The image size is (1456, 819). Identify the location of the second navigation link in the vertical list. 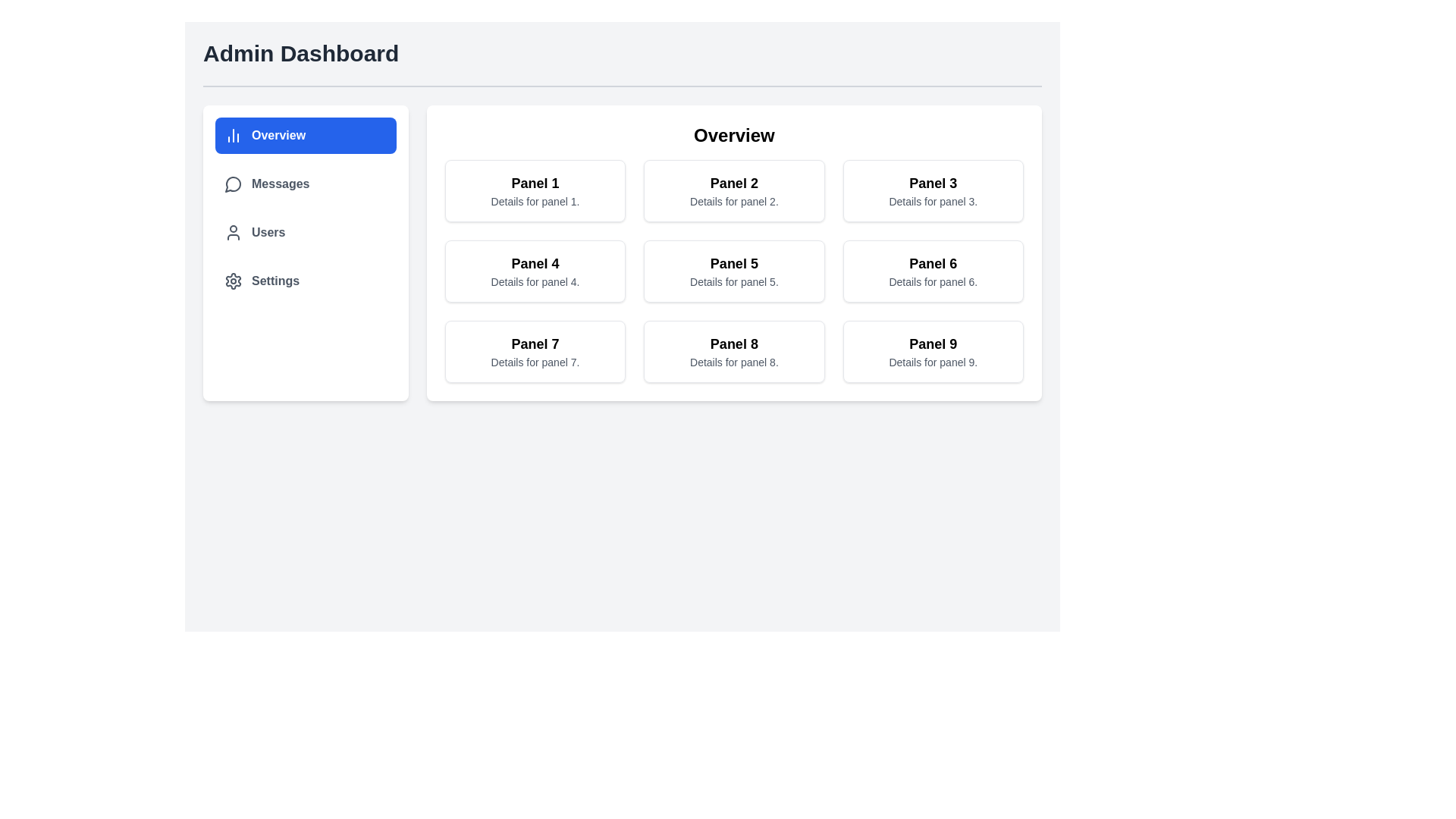
(305, 184).